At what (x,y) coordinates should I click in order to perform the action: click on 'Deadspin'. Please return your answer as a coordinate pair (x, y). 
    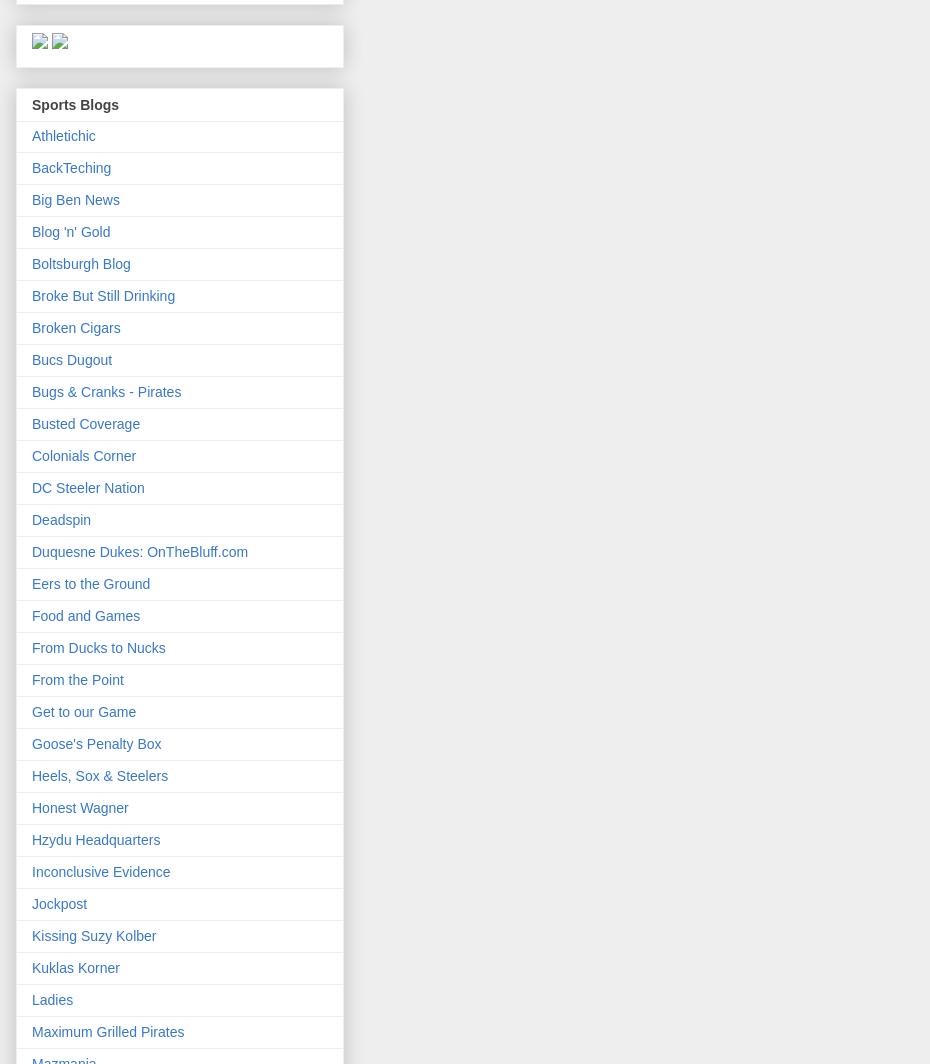
    Looking at the image, I should click on (60, 519).